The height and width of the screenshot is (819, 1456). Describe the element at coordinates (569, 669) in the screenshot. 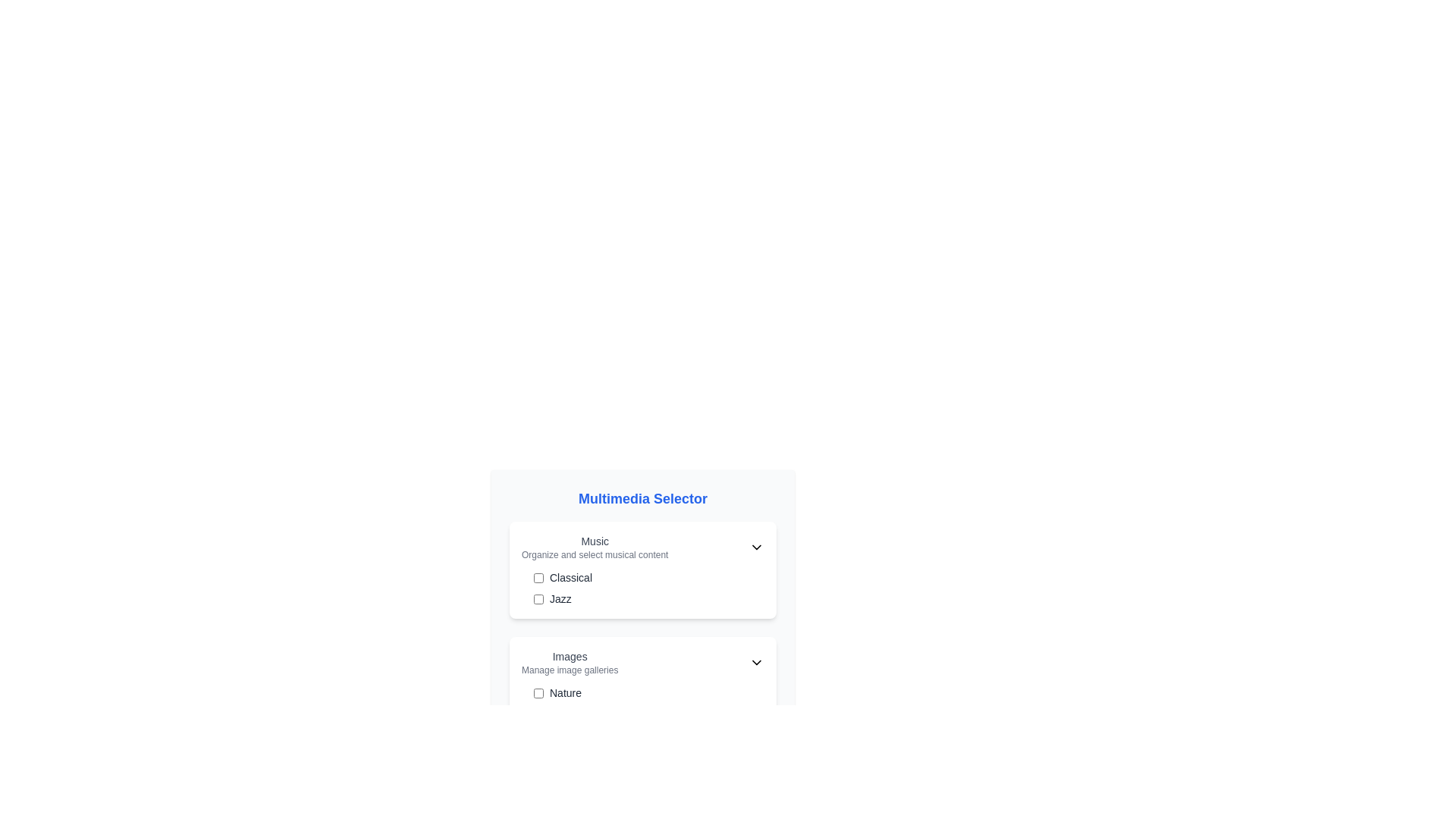

I see `the Static Text Label located beneath the 'Images' label and above the 'Nature' checkbox, which provides a brief description for the 'Images' section` at that location.